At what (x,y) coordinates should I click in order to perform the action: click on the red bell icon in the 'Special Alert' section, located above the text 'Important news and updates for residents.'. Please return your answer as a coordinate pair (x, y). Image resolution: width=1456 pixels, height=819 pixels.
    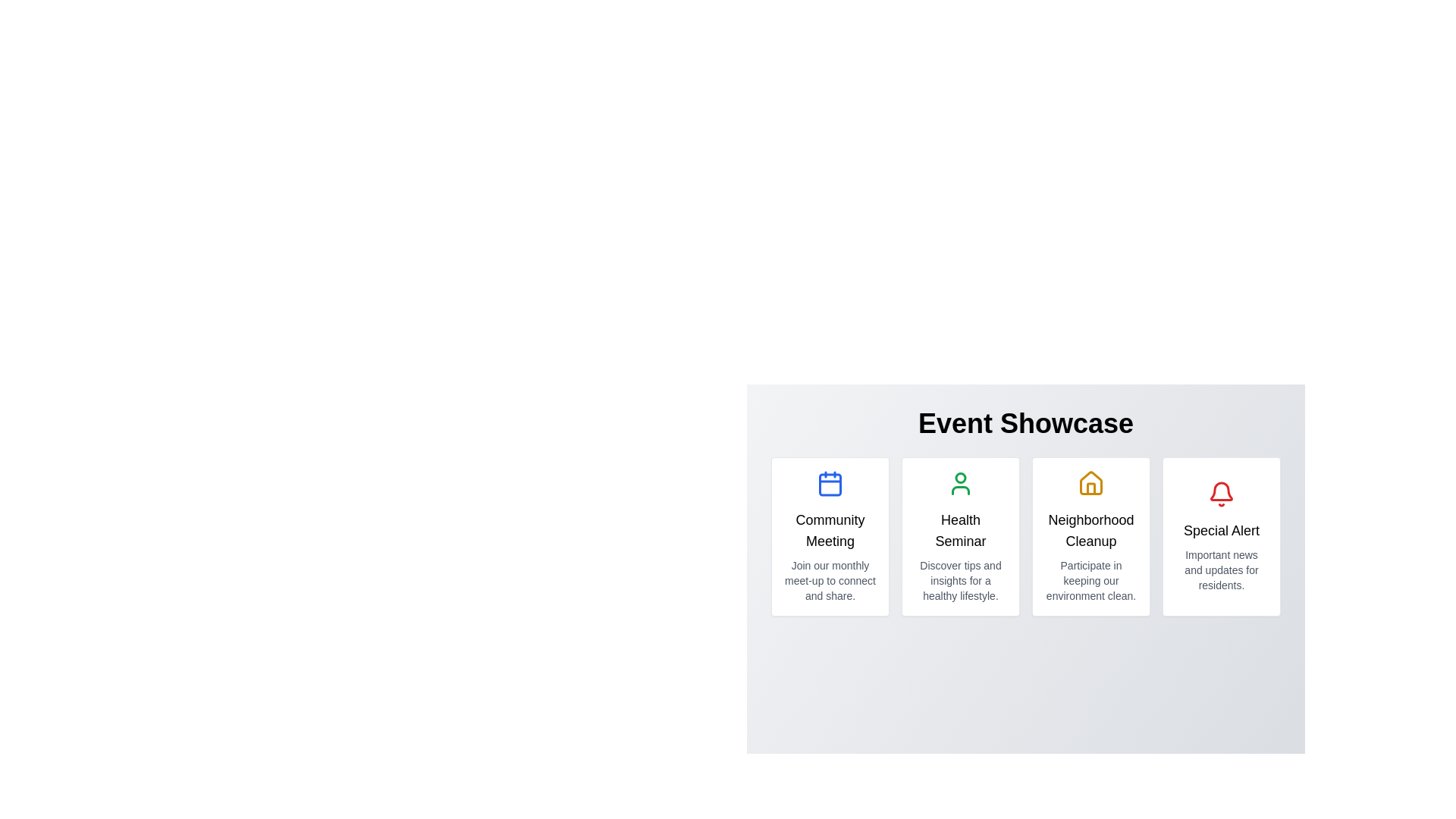
    Looking at the image, I should click on (1222, 494).